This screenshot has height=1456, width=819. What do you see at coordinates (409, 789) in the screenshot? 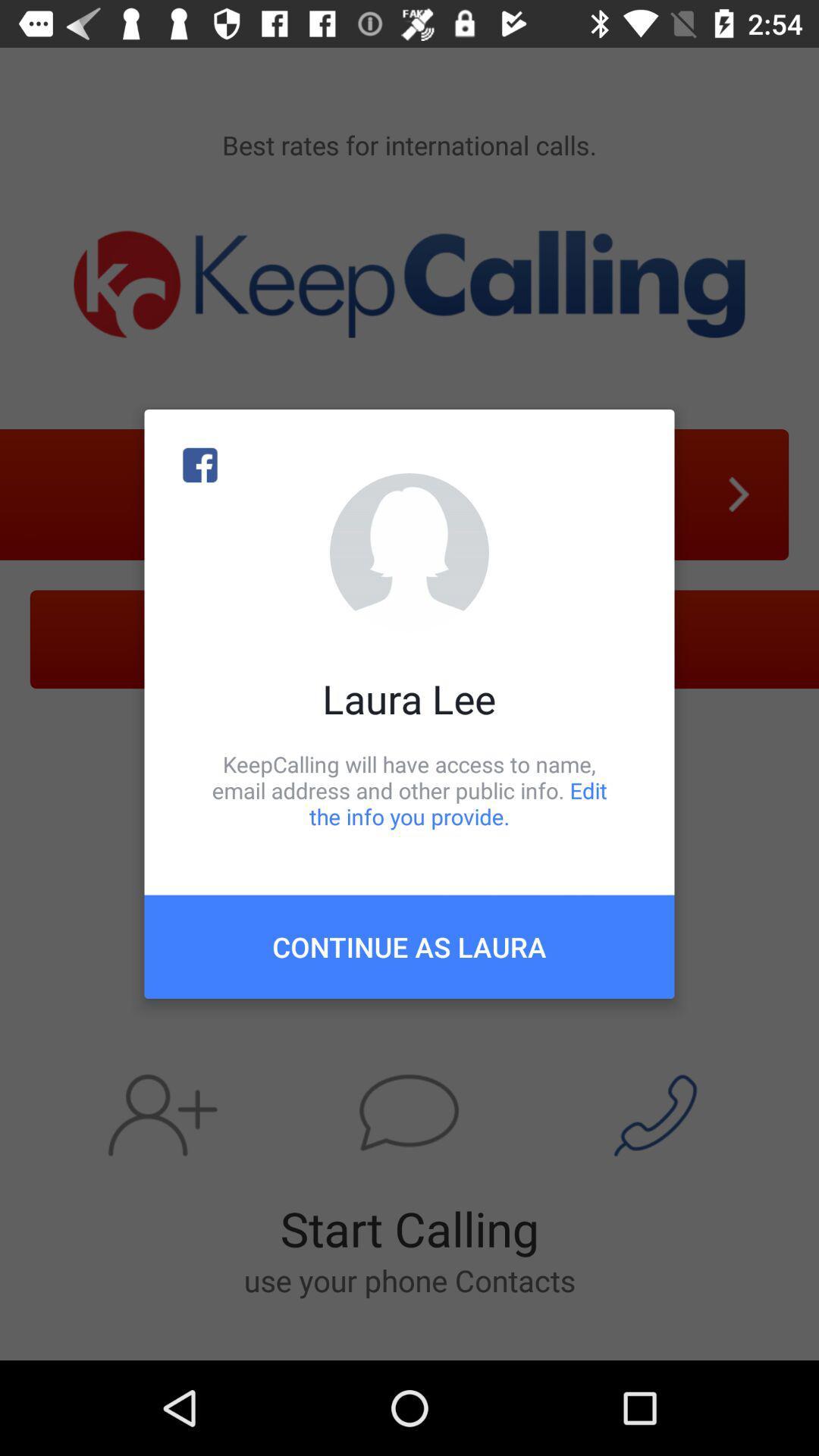
I see `the item above continue as laura` at bounding box center [409, 789].